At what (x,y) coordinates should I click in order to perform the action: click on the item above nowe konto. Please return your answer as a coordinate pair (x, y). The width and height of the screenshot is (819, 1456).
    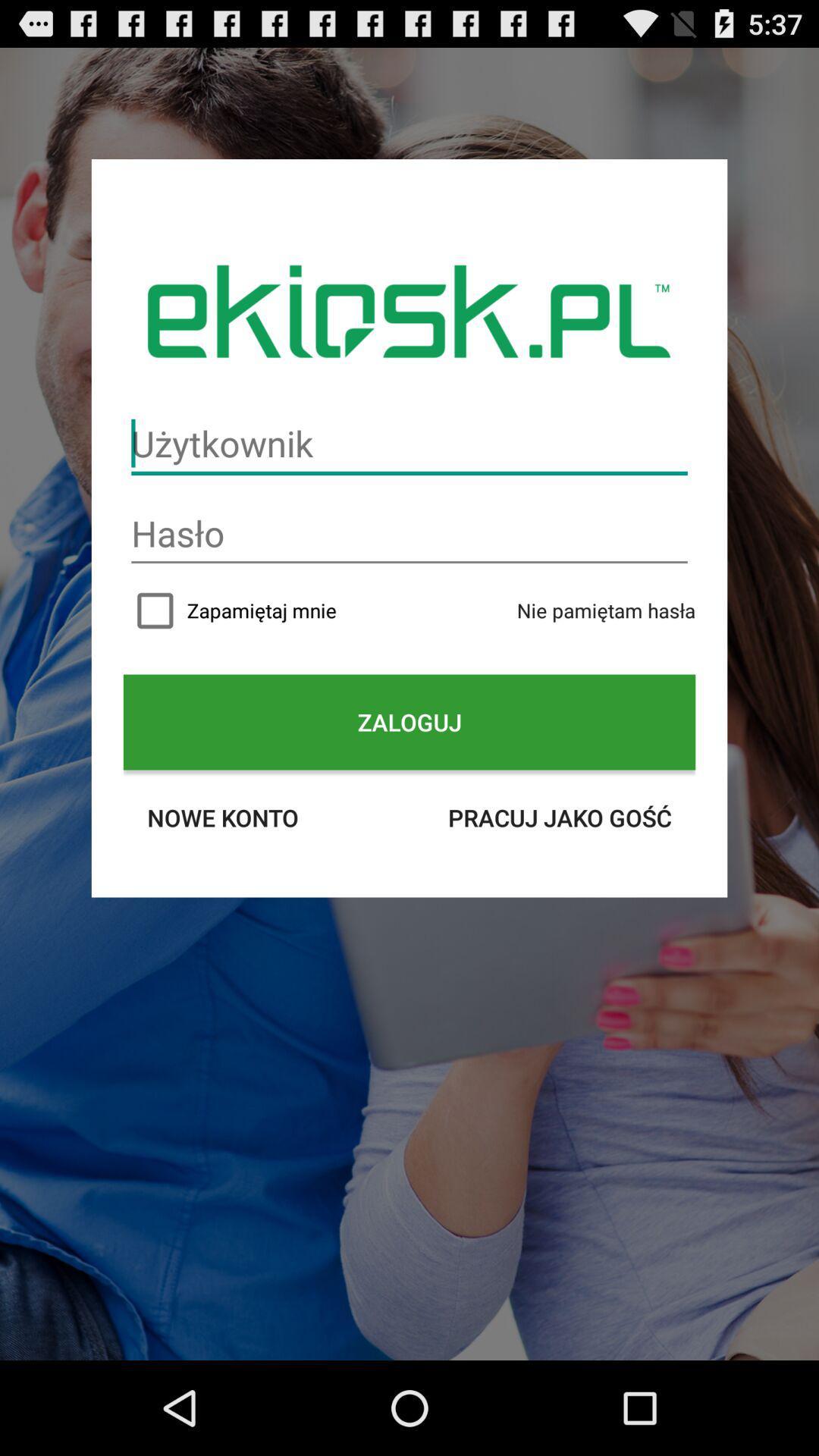
    Looking at the image, I should click on (409, 721).